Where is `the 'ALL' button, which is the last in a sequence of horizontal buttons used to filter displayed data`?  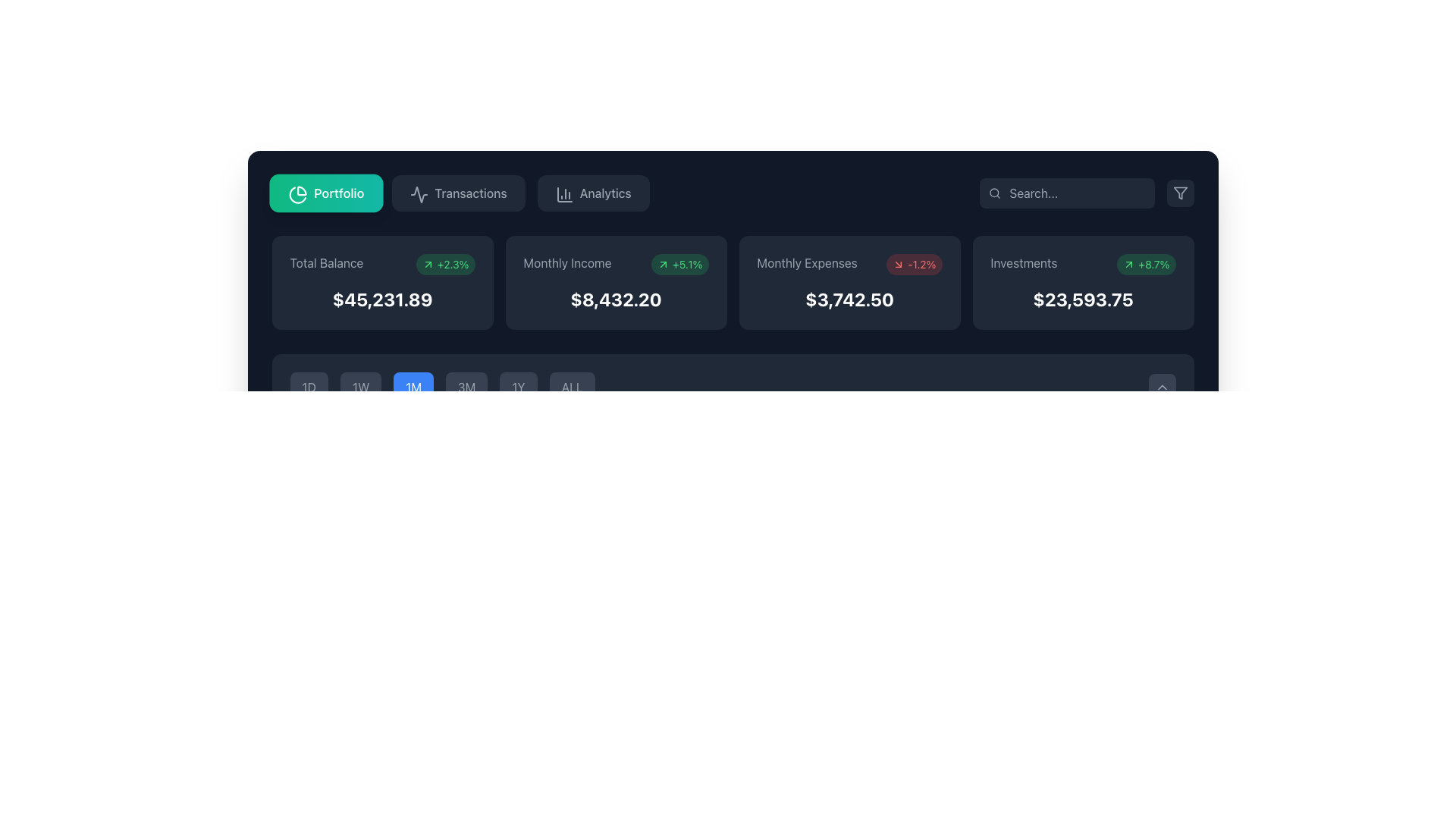
the 'ALL' button, which is the last in a sequence of horizontal buttons used to filter displayed data is located at coordinates (571, 386).